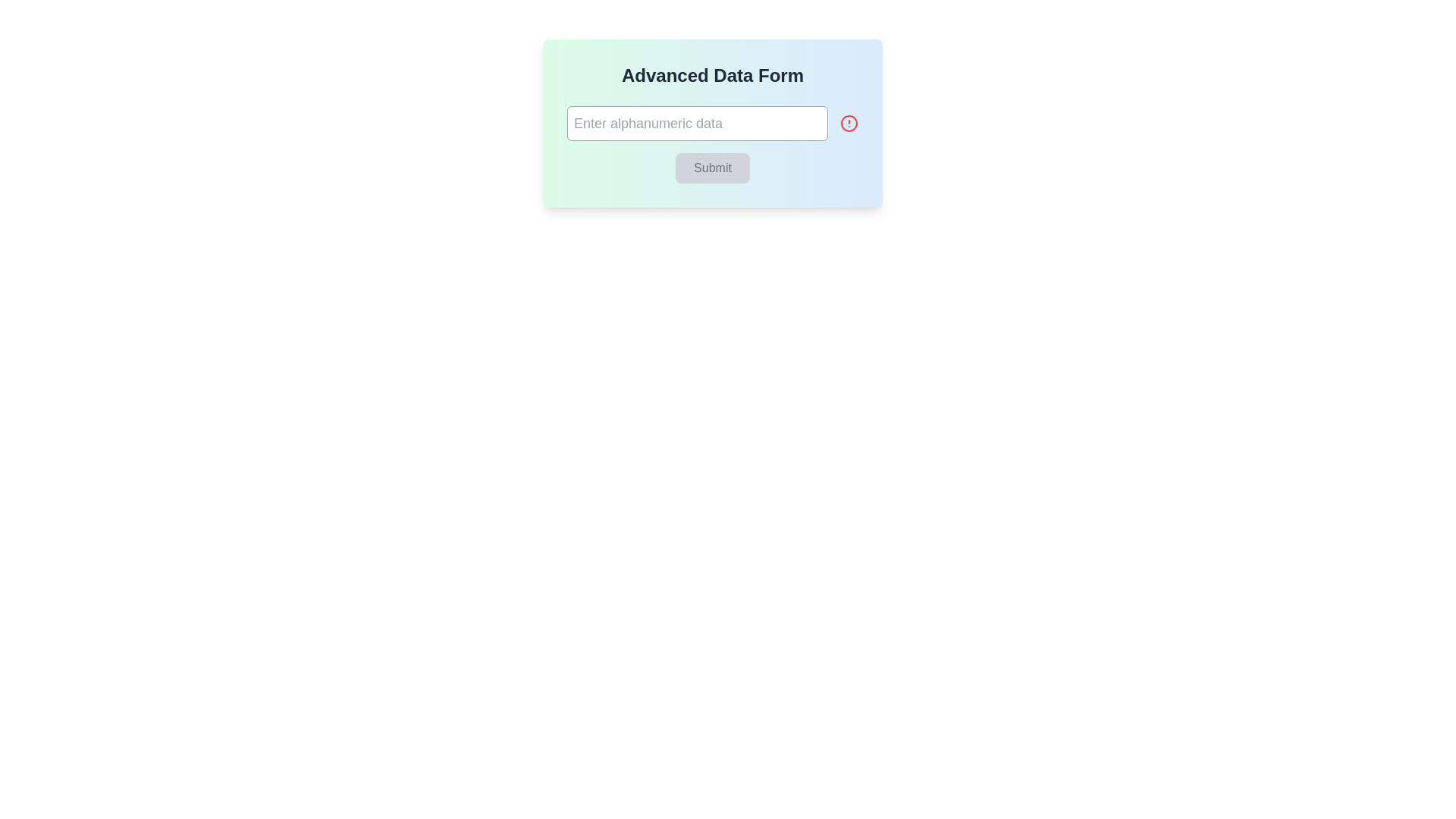 The height and width of the screenshot is (819, 1456). I want to click on the alert icon located to the right of the input field with placeholder text 'Enter alphanumeric data' within the 'Advanced Data Form' card, so click(848, 122).